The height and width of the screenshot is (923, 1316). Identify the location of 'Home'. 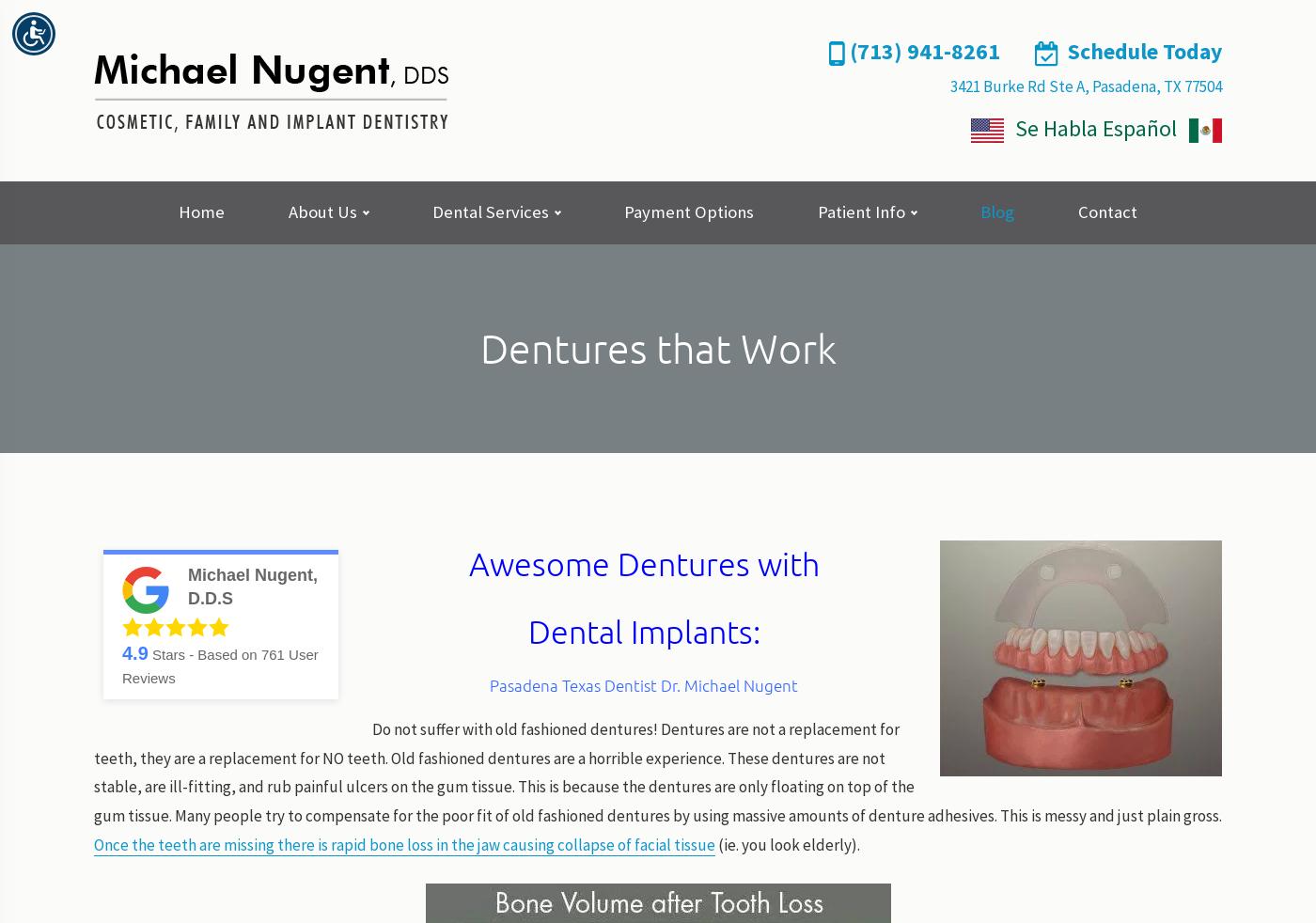
(201, 211).